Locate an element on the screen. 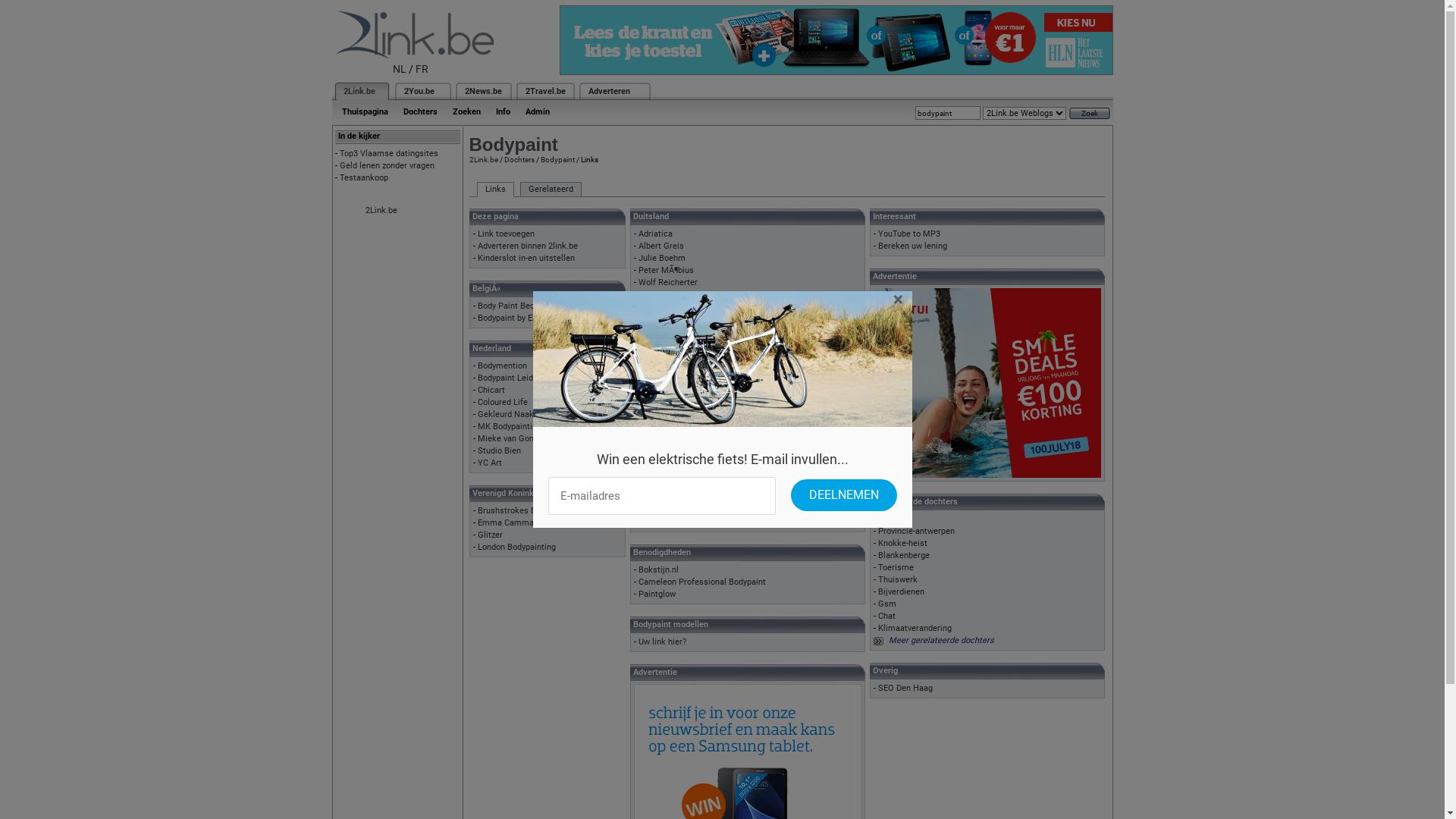  'YC Art' is located at coordinates (476, 462).